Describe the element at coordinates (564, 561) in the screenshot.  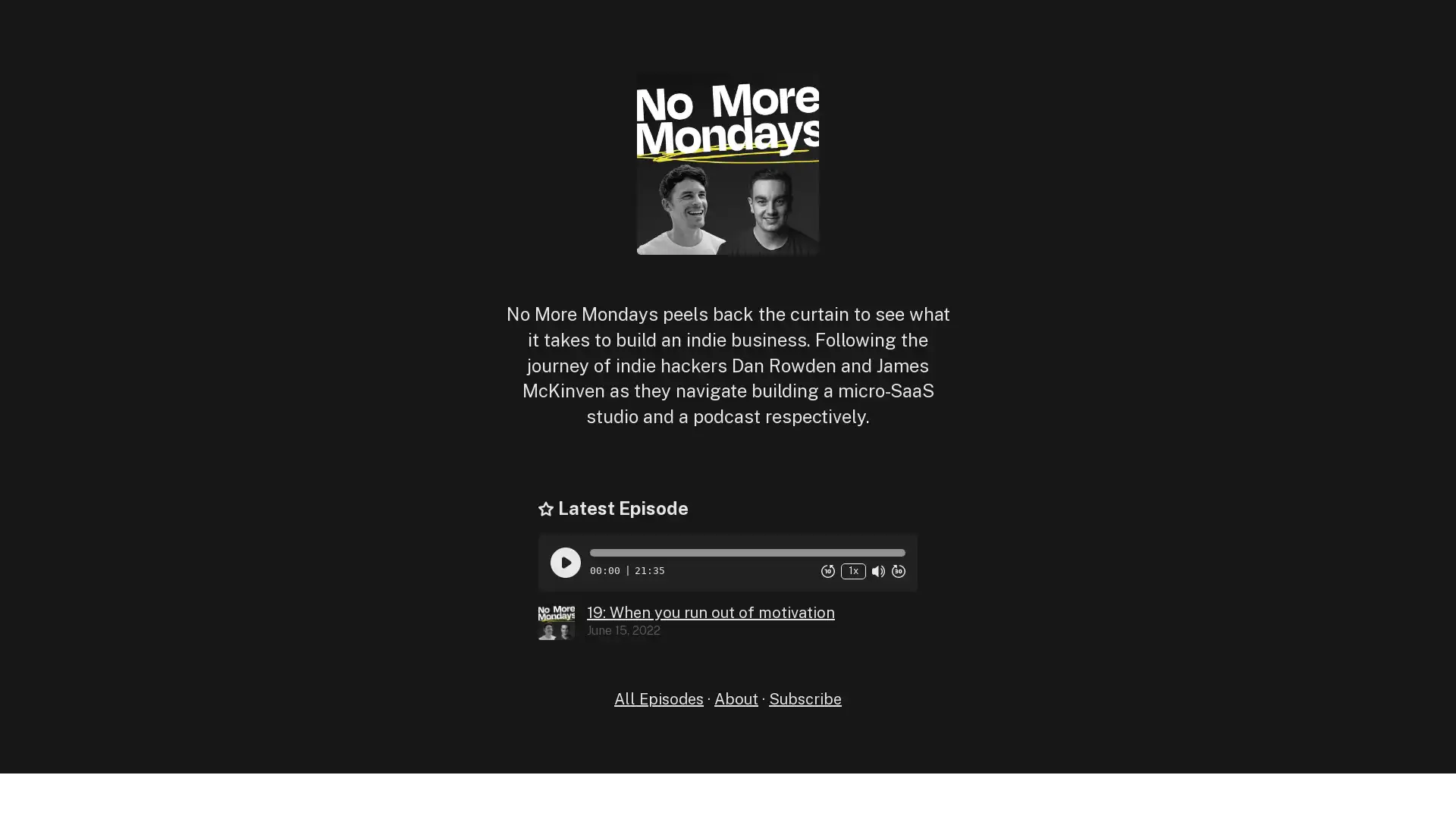
I see `play` at that location.